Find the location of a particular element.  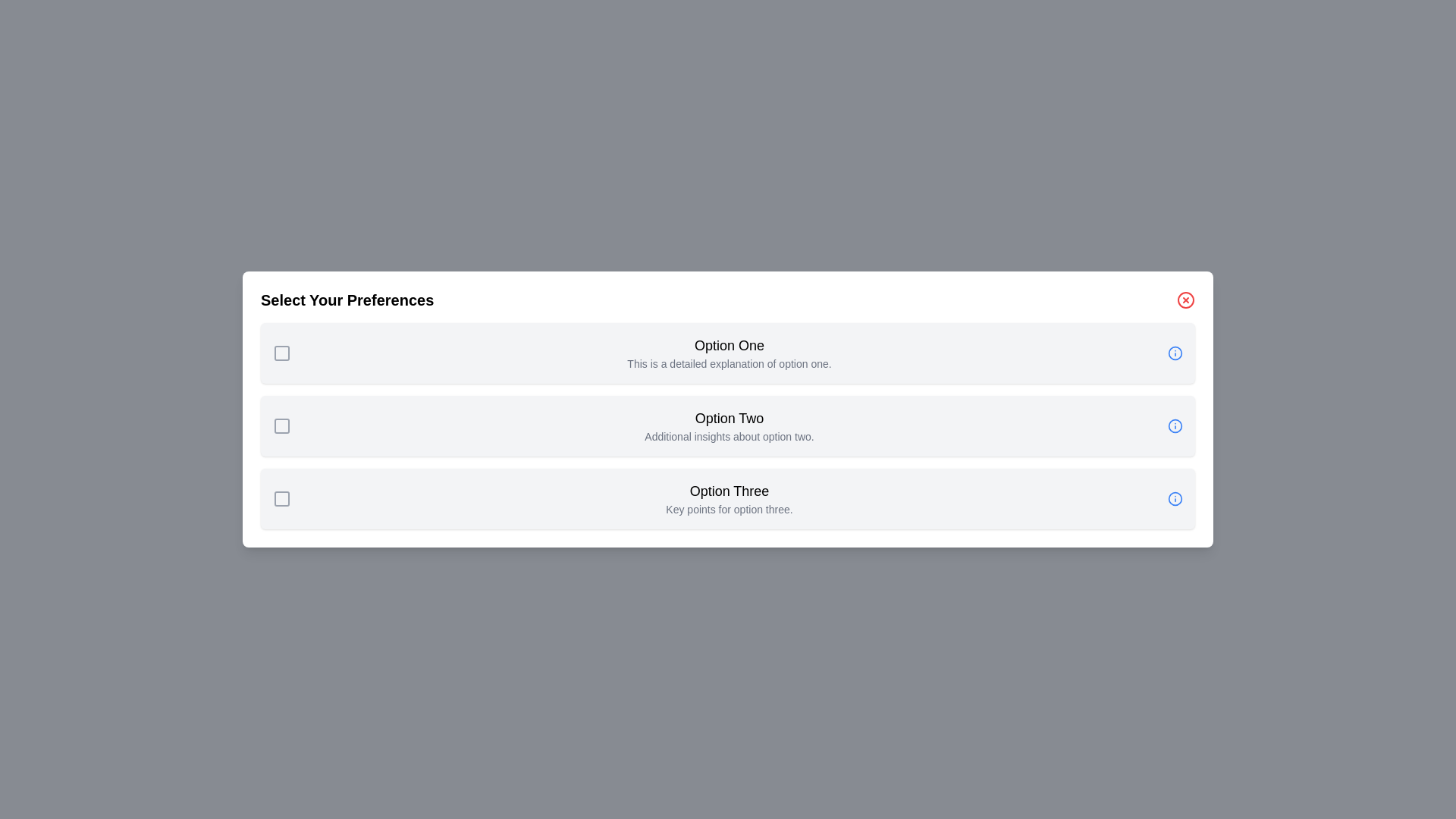

the text label displaying 'Option Two', which is a bold, larger font style and is the primary heading text in the middle segment of a list of three options is located at coordinates (729, 418).